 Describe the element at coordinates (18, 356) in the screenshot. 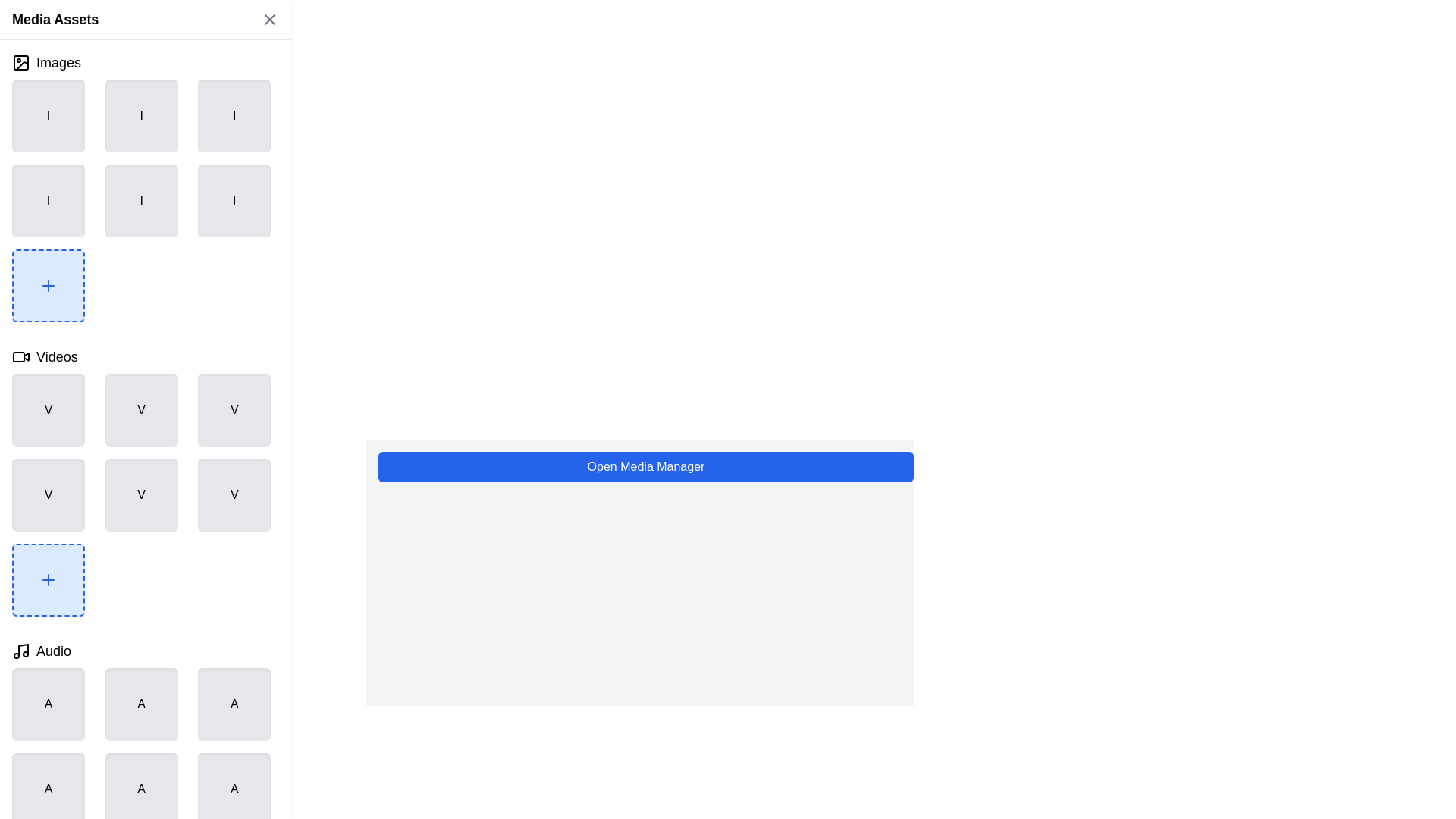

I see `the rectangle with rounded corners that is part of the video camera icon in the 'Videos' section` at that location.